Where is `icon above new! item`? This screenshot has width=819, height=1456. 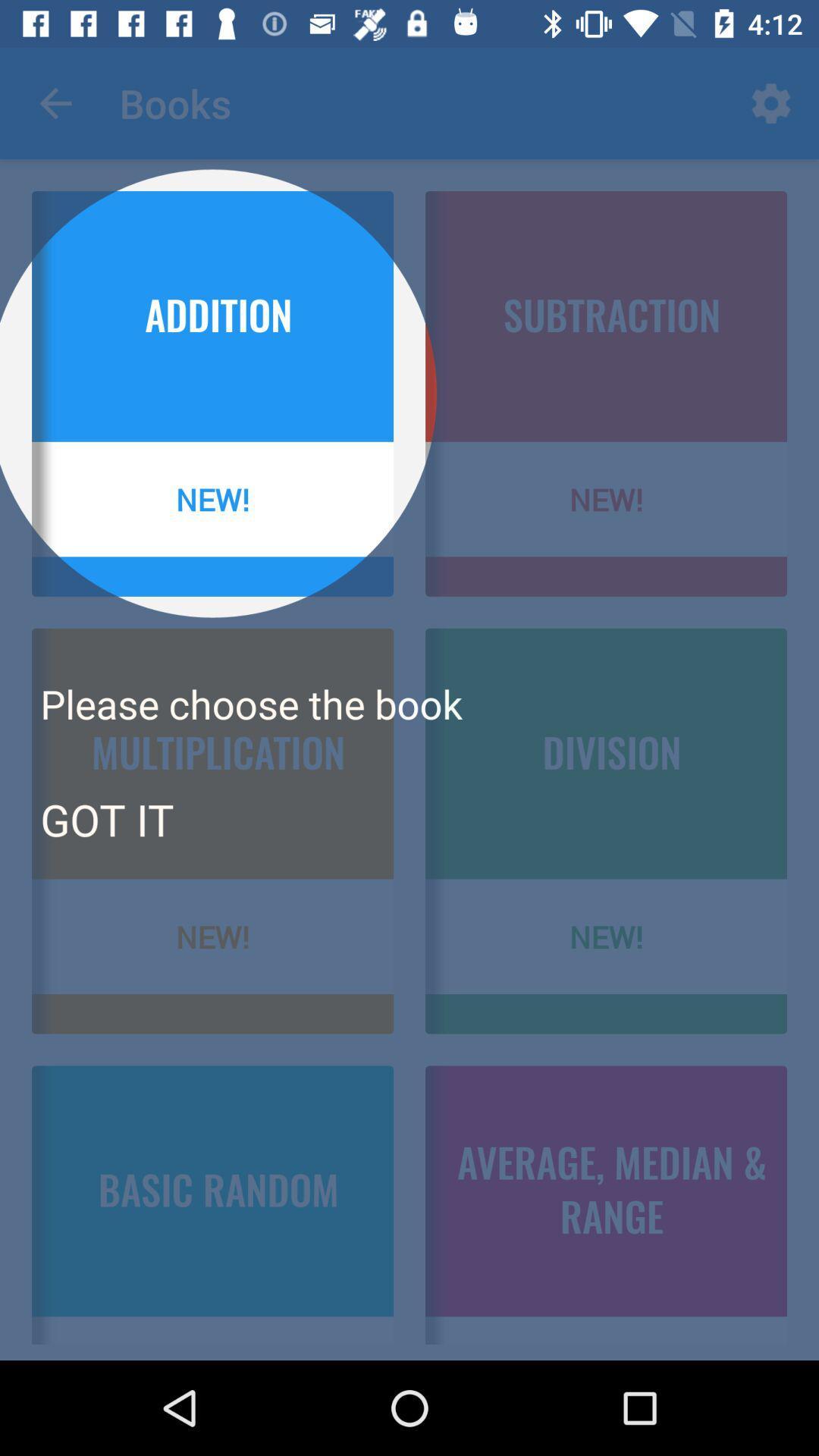 icon above new! item is located at coordinates (106, 818).